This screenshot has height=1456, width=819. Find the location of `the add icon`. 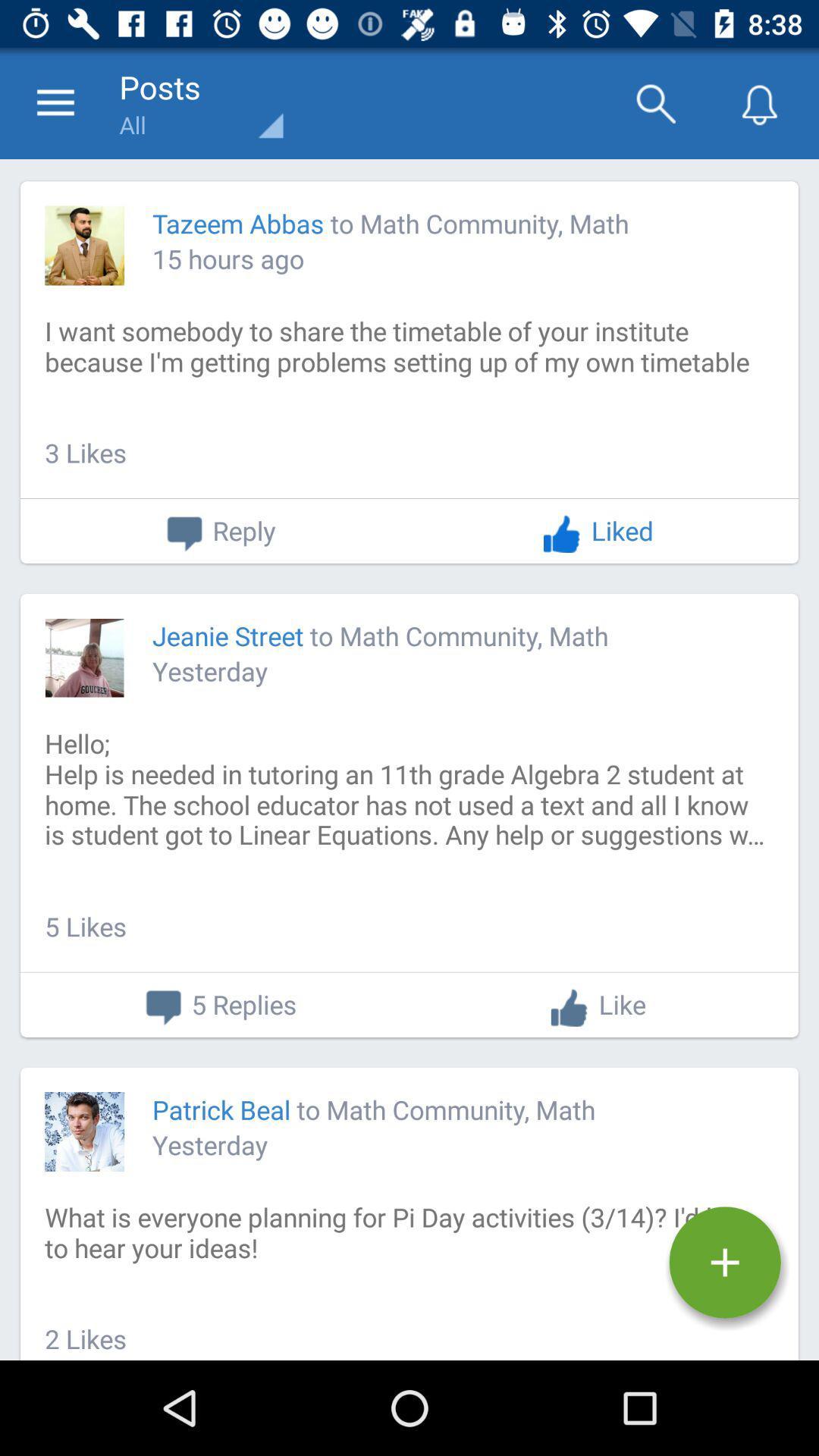

the add icon is located at coordinates (724, 1263).